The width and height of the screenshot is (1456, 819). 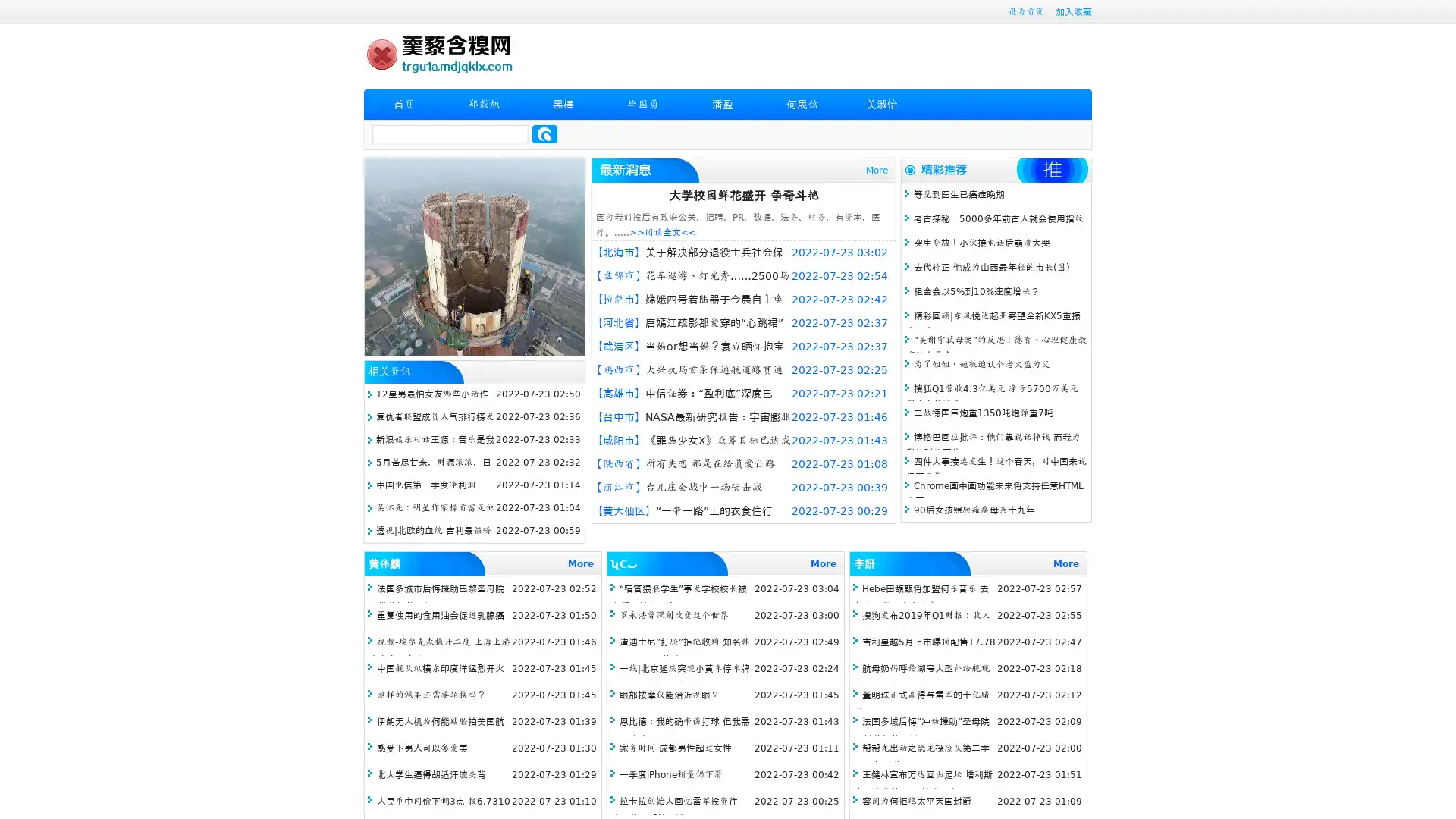 What do you see at coordinates (544, 133) in the screenshot?
I see `Search` at bounding box center [544, 133].